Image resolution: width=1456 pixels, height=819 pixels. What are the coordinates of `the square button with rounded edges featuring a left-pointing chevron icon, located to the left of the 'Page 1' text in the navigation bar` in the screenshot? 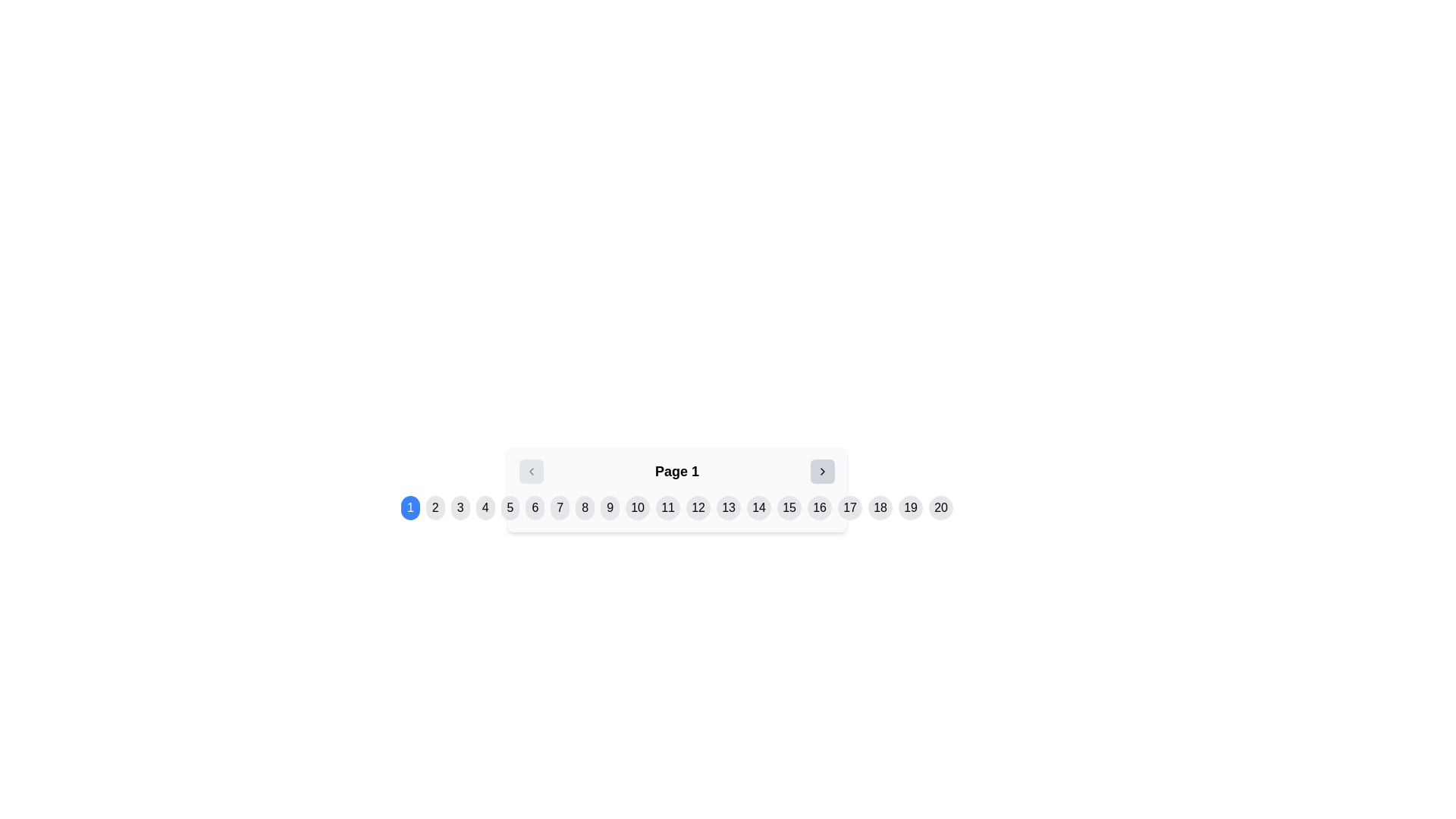 It's located at (531, 470).